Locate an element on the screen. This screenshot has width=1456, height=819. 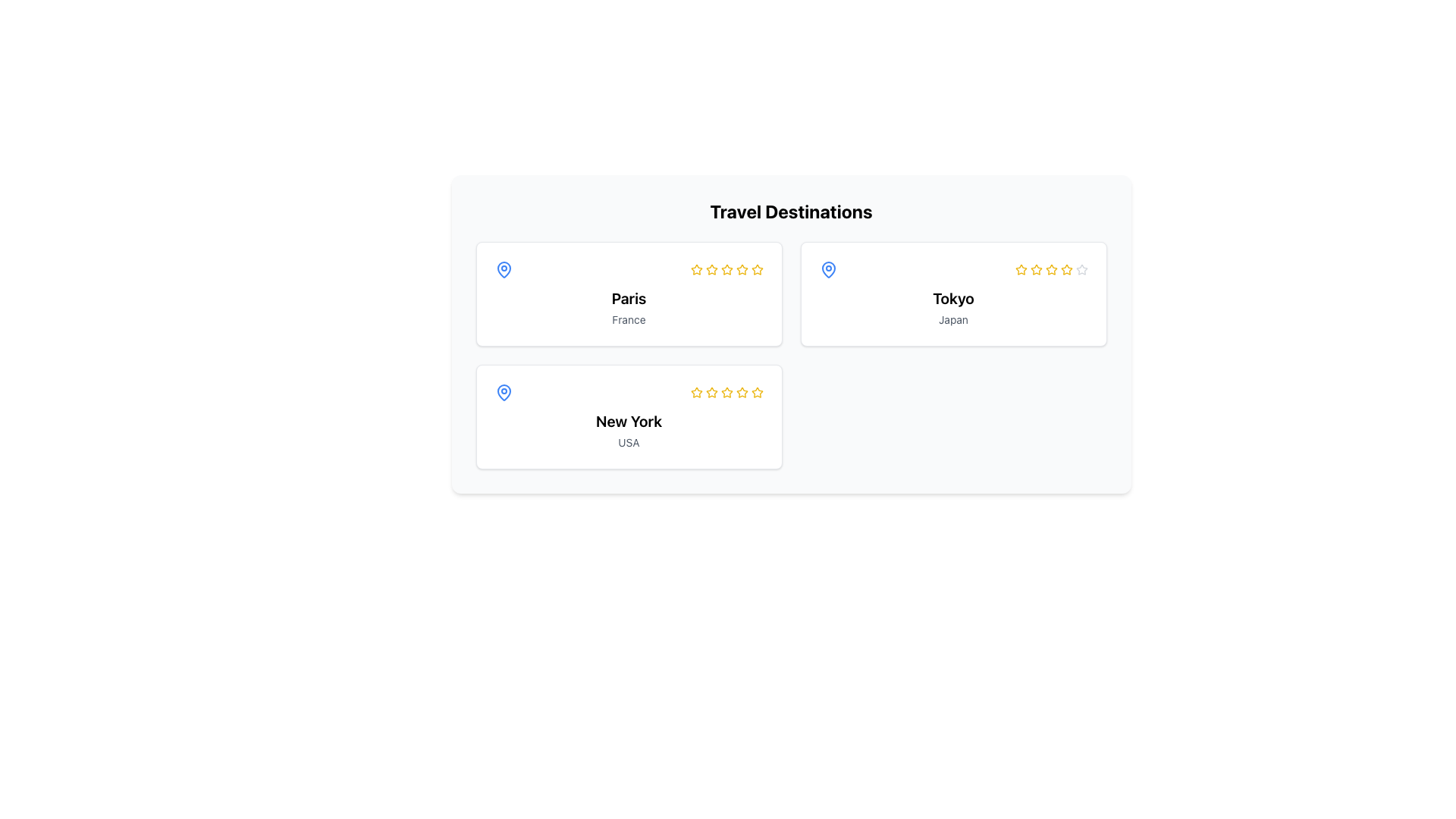
the fifth yellow star icon with a hollow center, which is located to the right of the text 'Paris' and above 'France' is located at coordinates (757, 268).